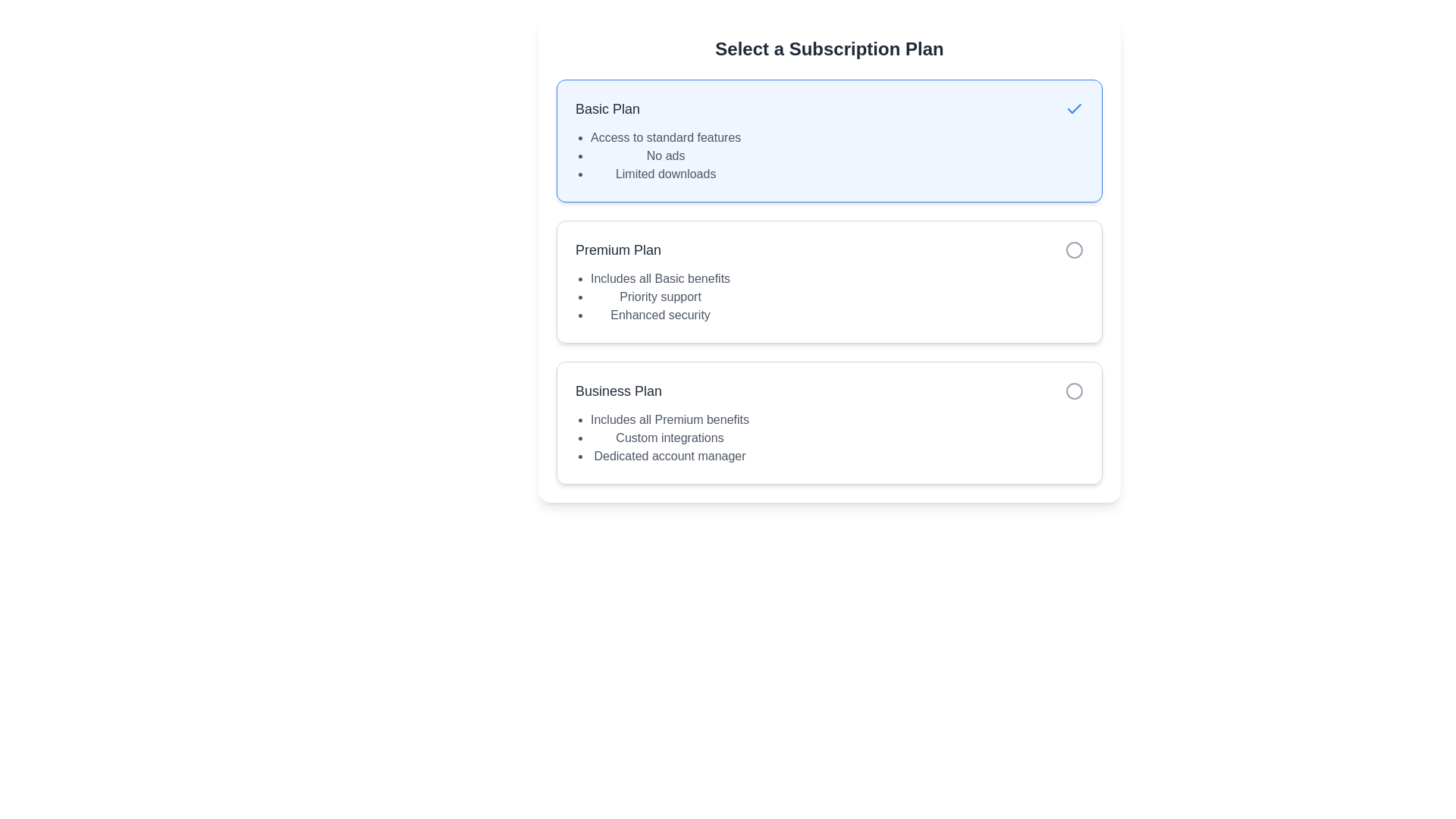 The image size is (1456, 819). I want to click on text displayed in the bold and large Text Display element titled 'Select a Subscription Plan', which is centered at the top of the subscription selection interface, so click(829, 49).